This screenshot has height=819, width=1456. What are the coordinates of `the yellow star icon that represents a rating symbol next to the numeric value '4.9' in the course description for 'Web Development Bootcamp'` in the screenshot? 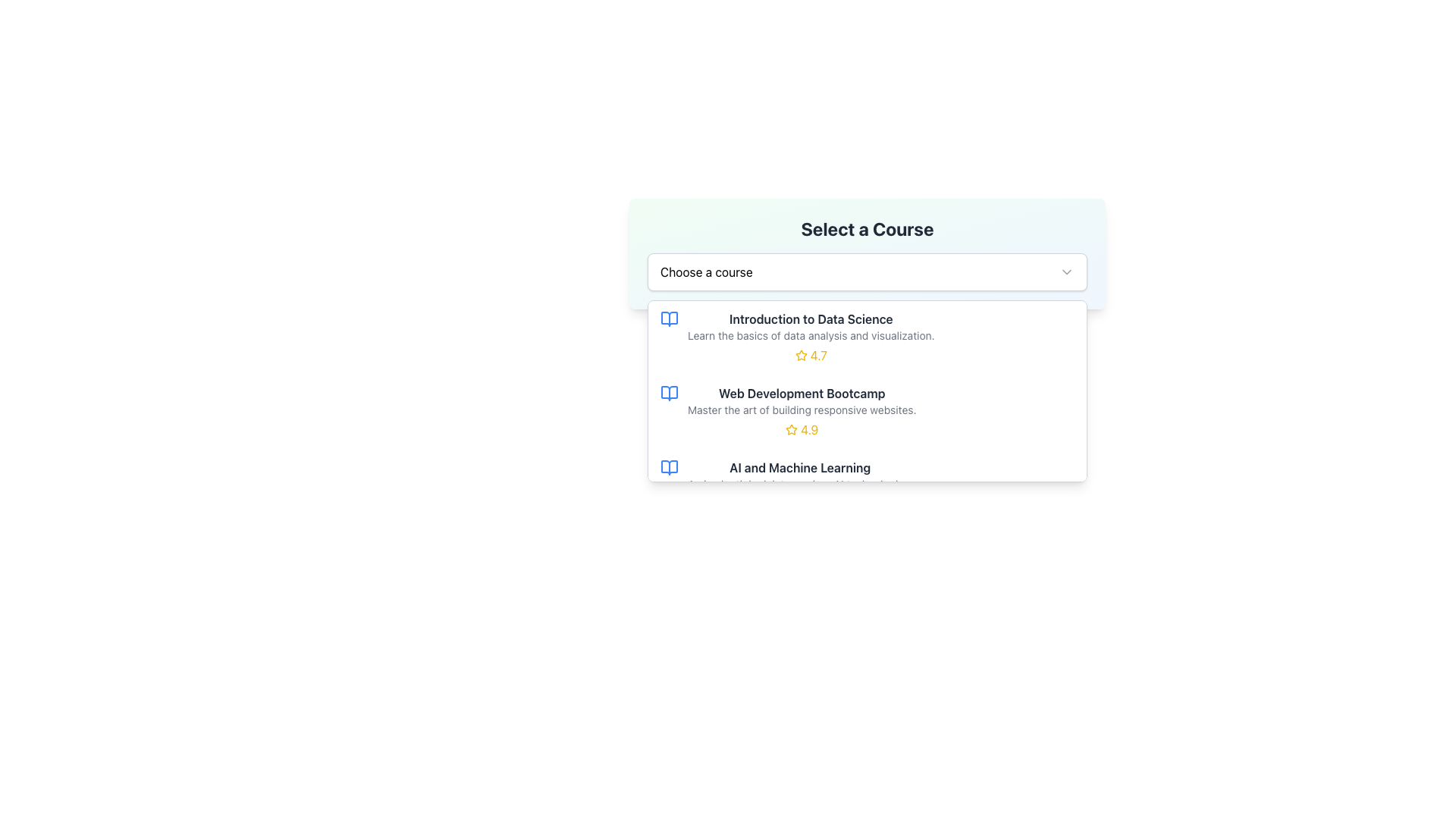 It's located at (791, 430).